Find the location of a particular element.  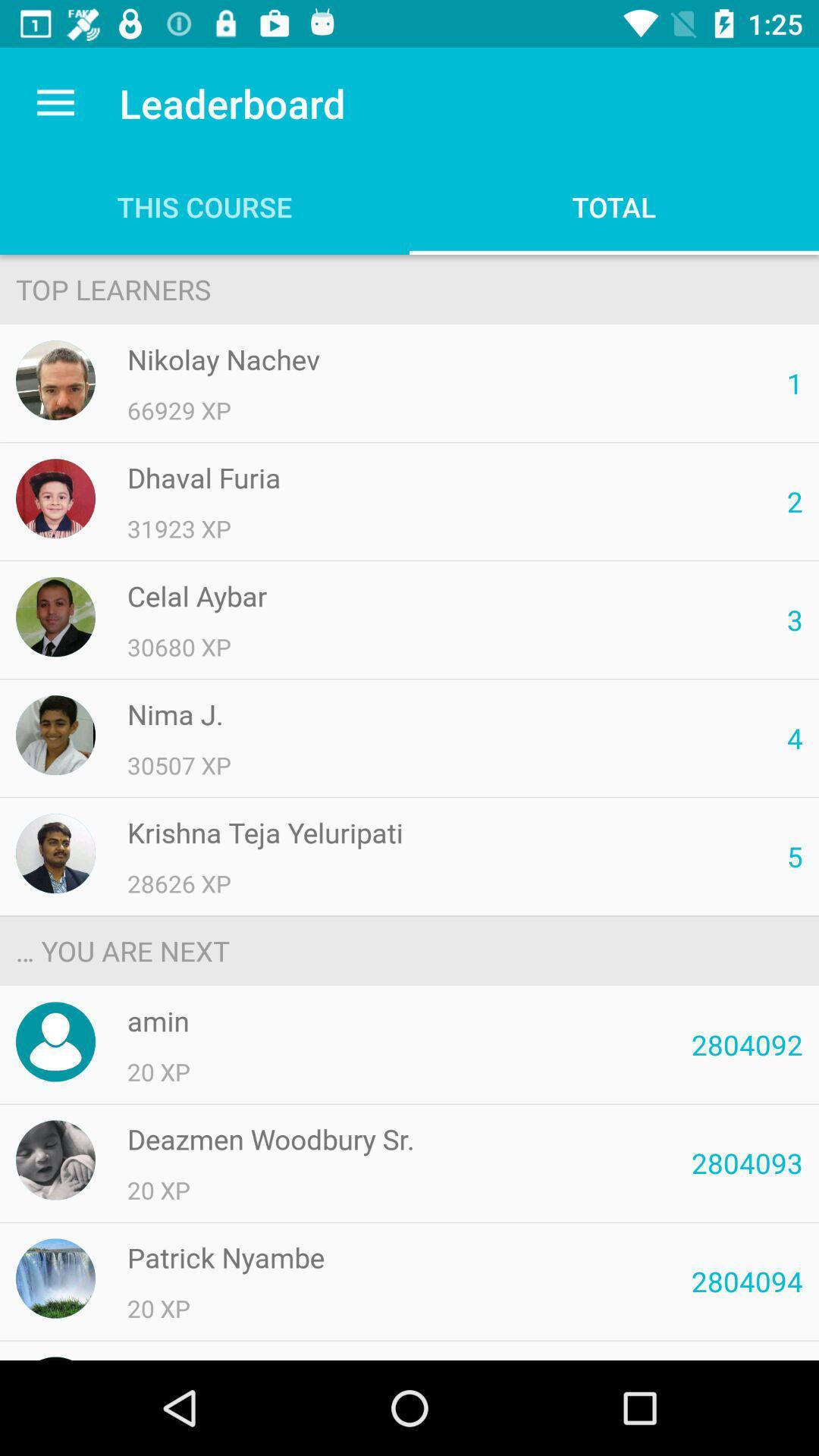

the third image below title top learners is located at coordinates (55, 617).